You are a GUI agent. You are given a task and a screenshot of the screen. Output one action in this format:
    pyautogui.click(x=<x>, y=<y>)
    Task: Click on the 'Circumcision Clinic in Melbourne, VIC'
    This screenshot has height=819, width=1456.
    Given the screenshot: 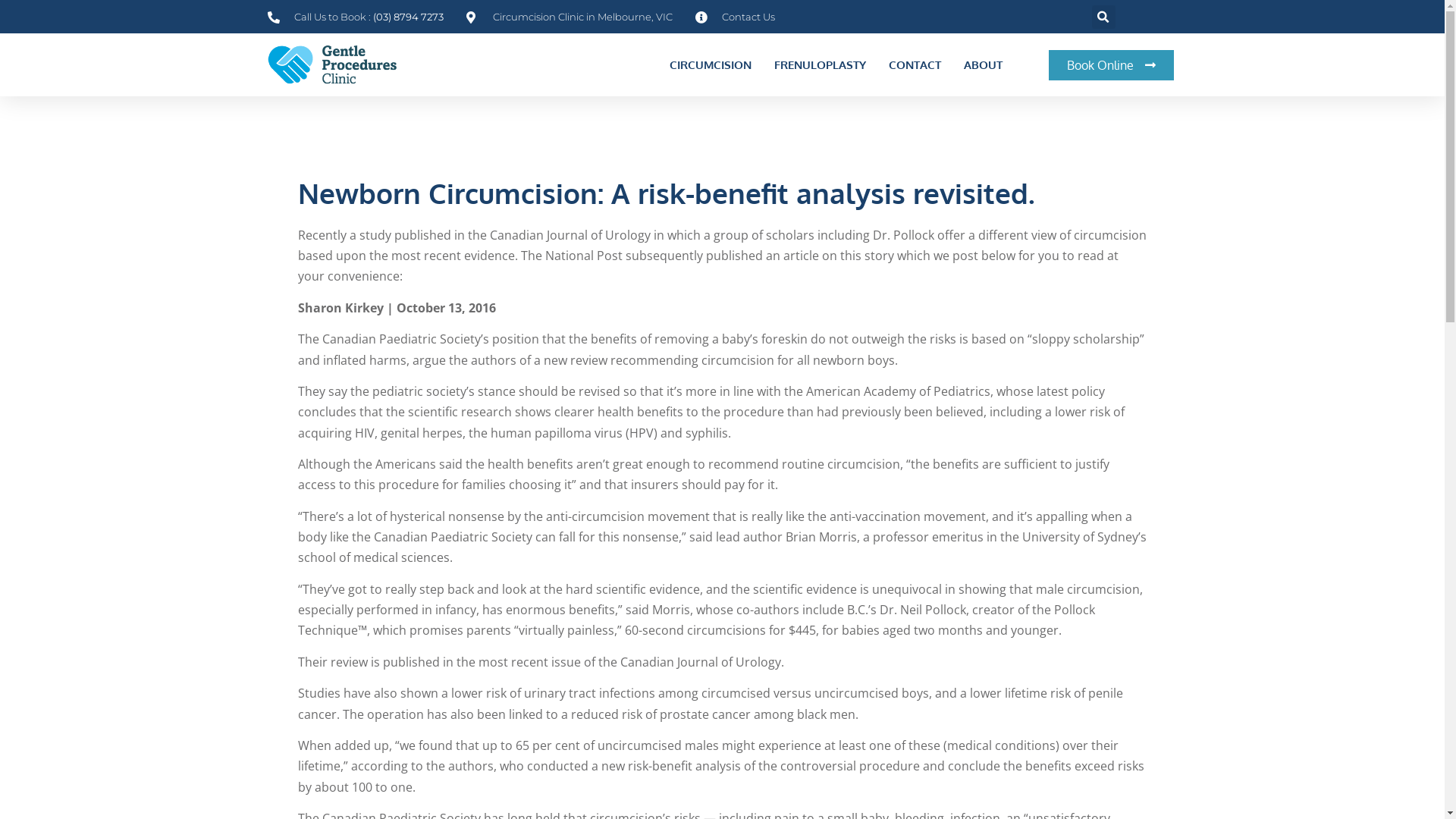 What is the action you would take?
    pyautogui.click(x=567, y=17)
    